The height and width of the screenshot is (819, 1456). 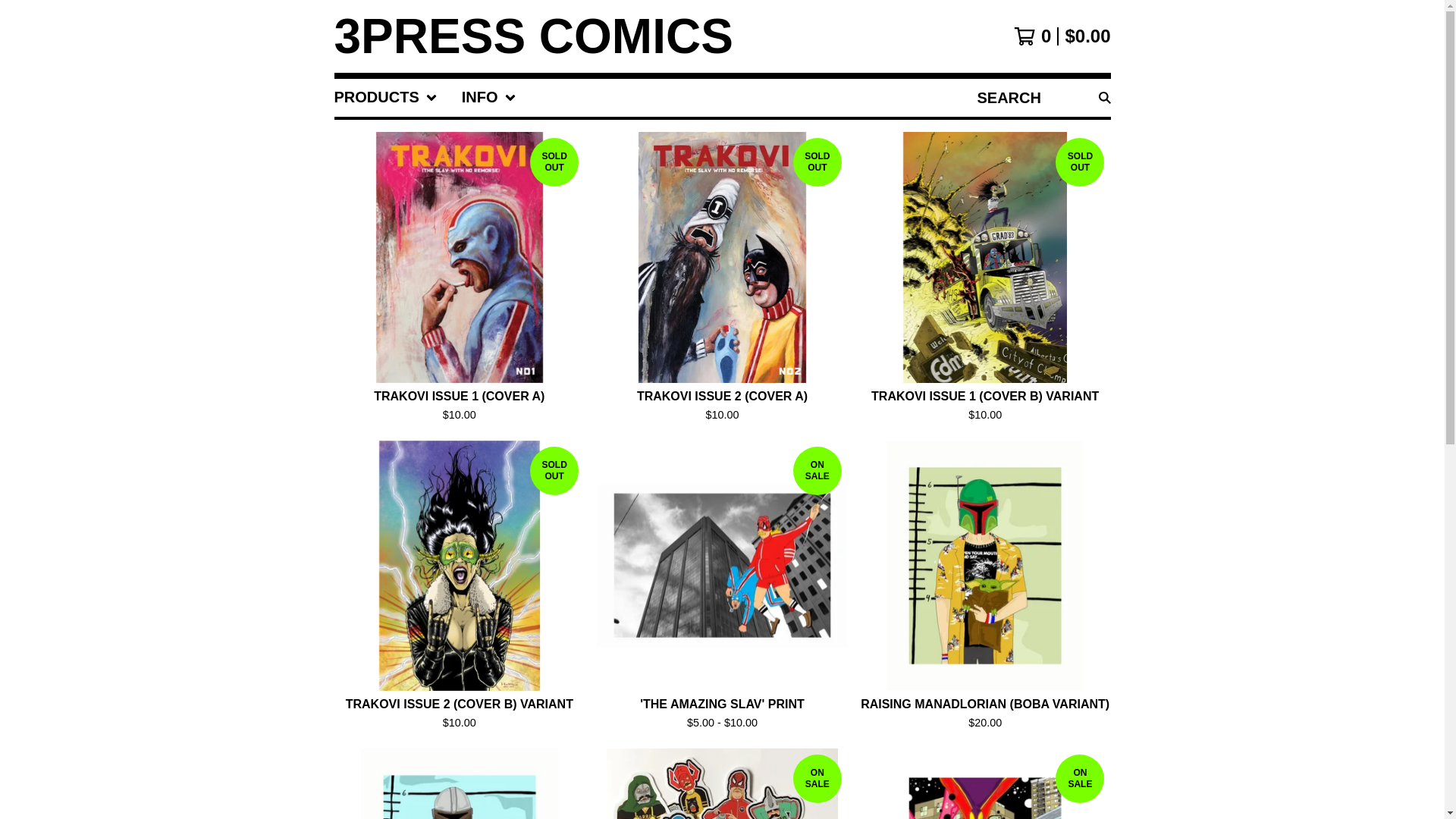 I want to click on '3PRESS COMICS', so click(x=532, y=35).